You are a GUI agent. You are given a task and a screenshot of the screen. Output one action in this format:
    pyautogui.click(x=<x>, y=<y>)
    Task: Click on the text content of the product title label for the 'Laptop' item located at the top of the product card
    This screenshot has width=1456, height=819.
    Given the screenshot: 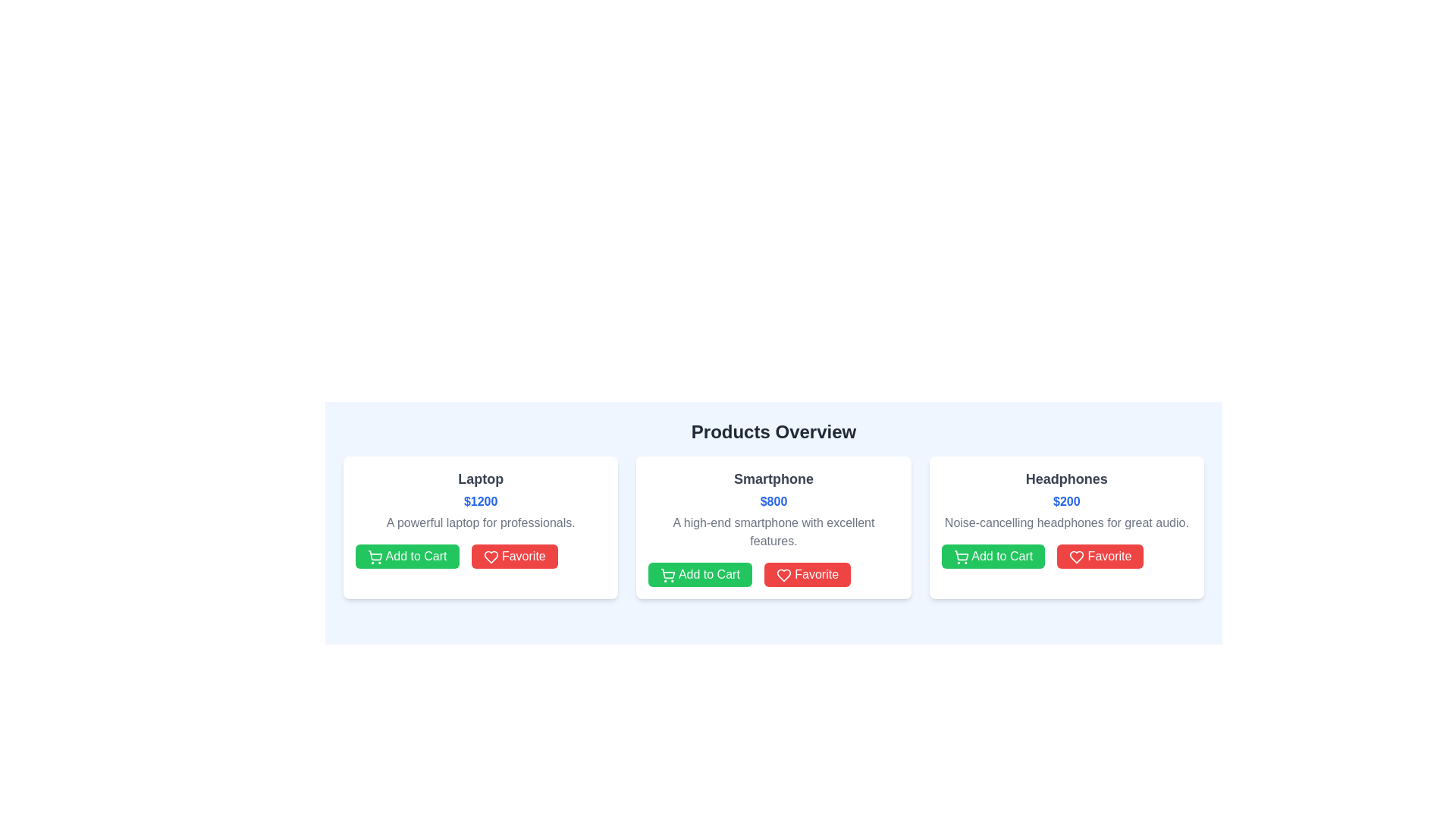 What is the action you would take?
    pyautogui.click(x=480, y=479)
    